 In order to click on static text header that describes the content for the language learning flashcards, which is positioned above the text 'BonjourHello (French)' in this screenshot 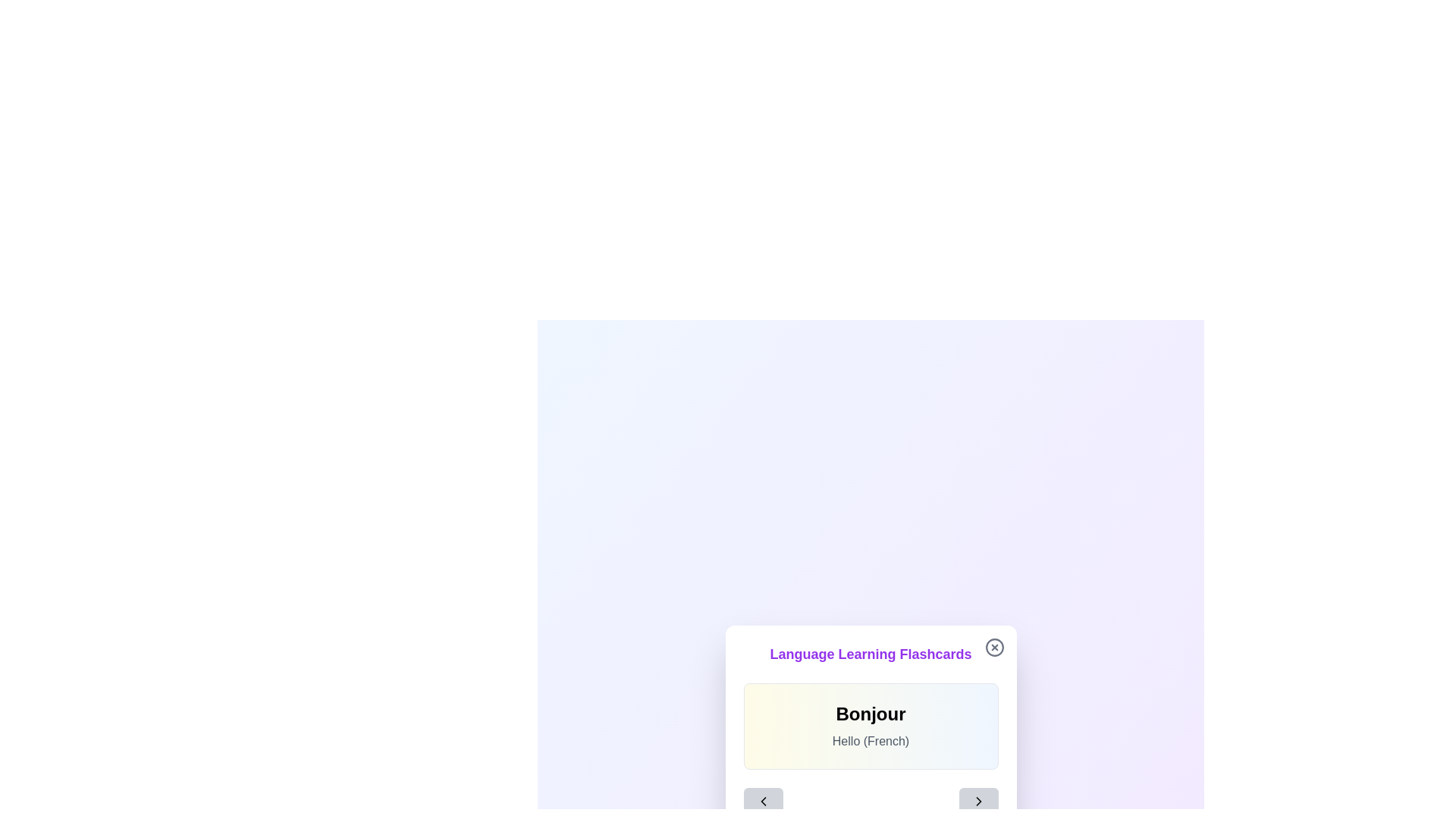, I will do `click(871, 654)`.